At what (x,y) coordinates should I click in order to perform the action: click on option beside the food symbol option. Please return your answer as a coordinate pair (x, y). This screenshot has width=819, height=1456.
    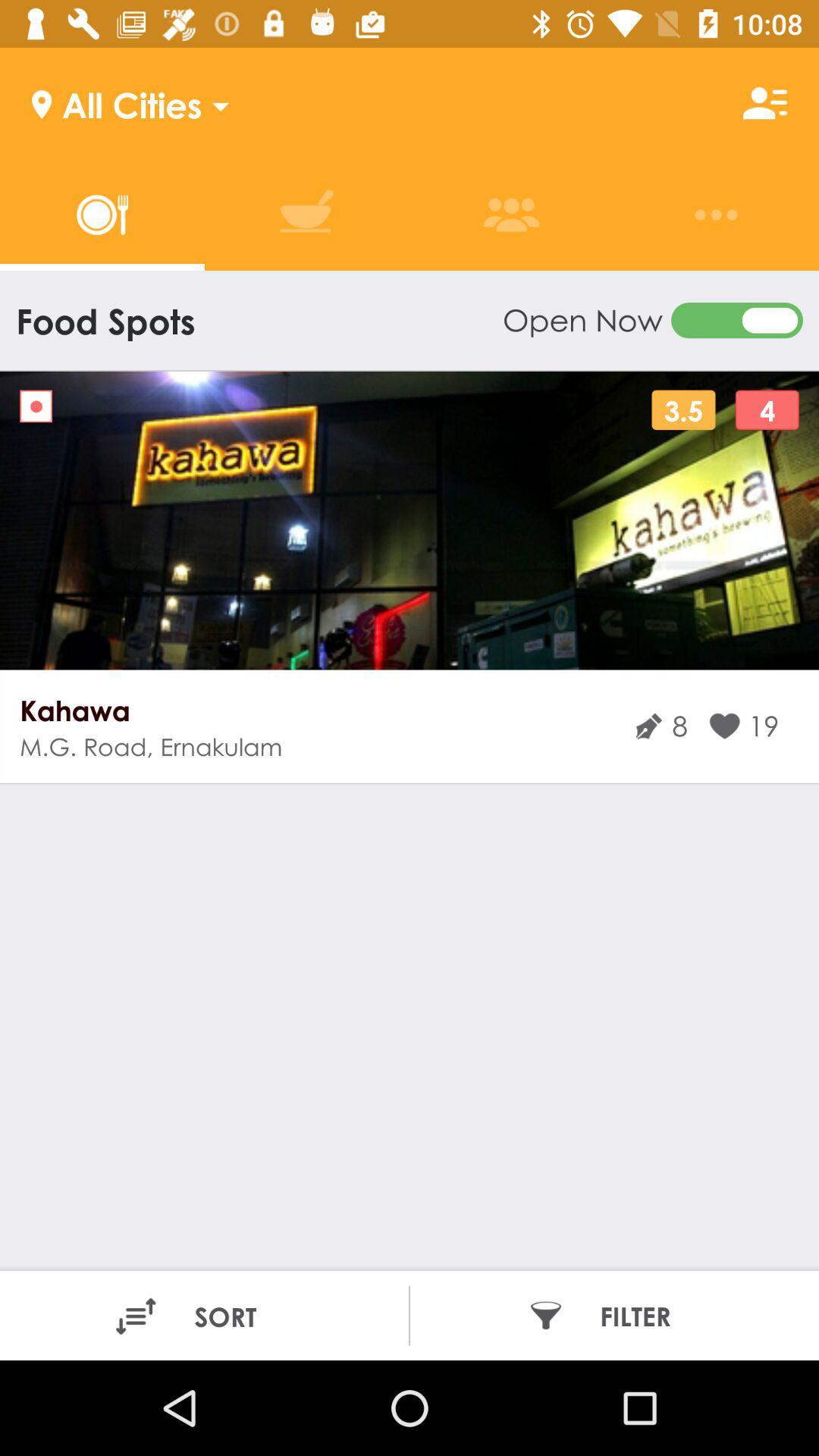
    Looking at the image, I should click on (306, 214).